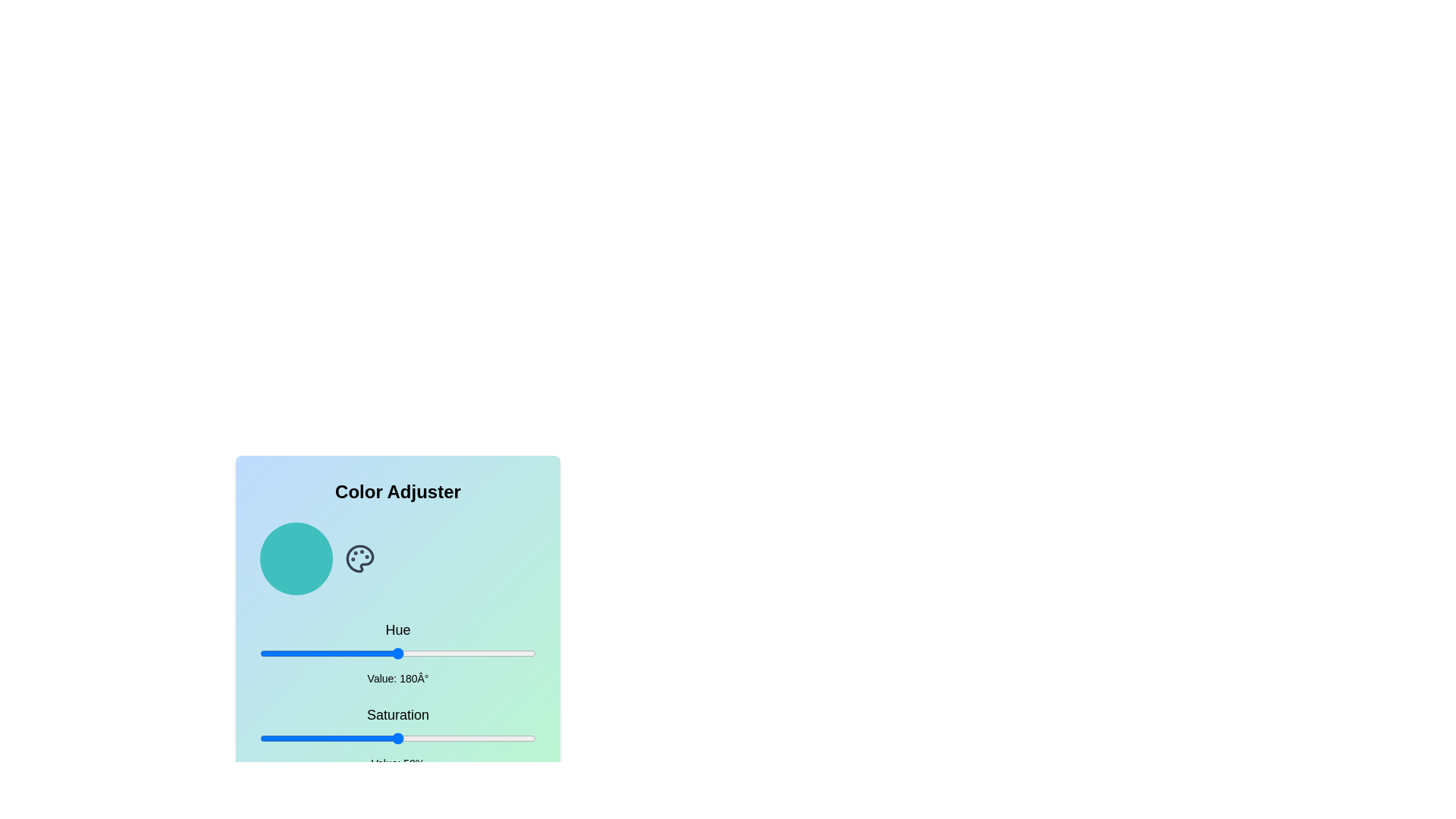 This screenshot has height=819, width=1456. I want to click on the saturation slider to set the saturation to 98%, so click(530, 738).